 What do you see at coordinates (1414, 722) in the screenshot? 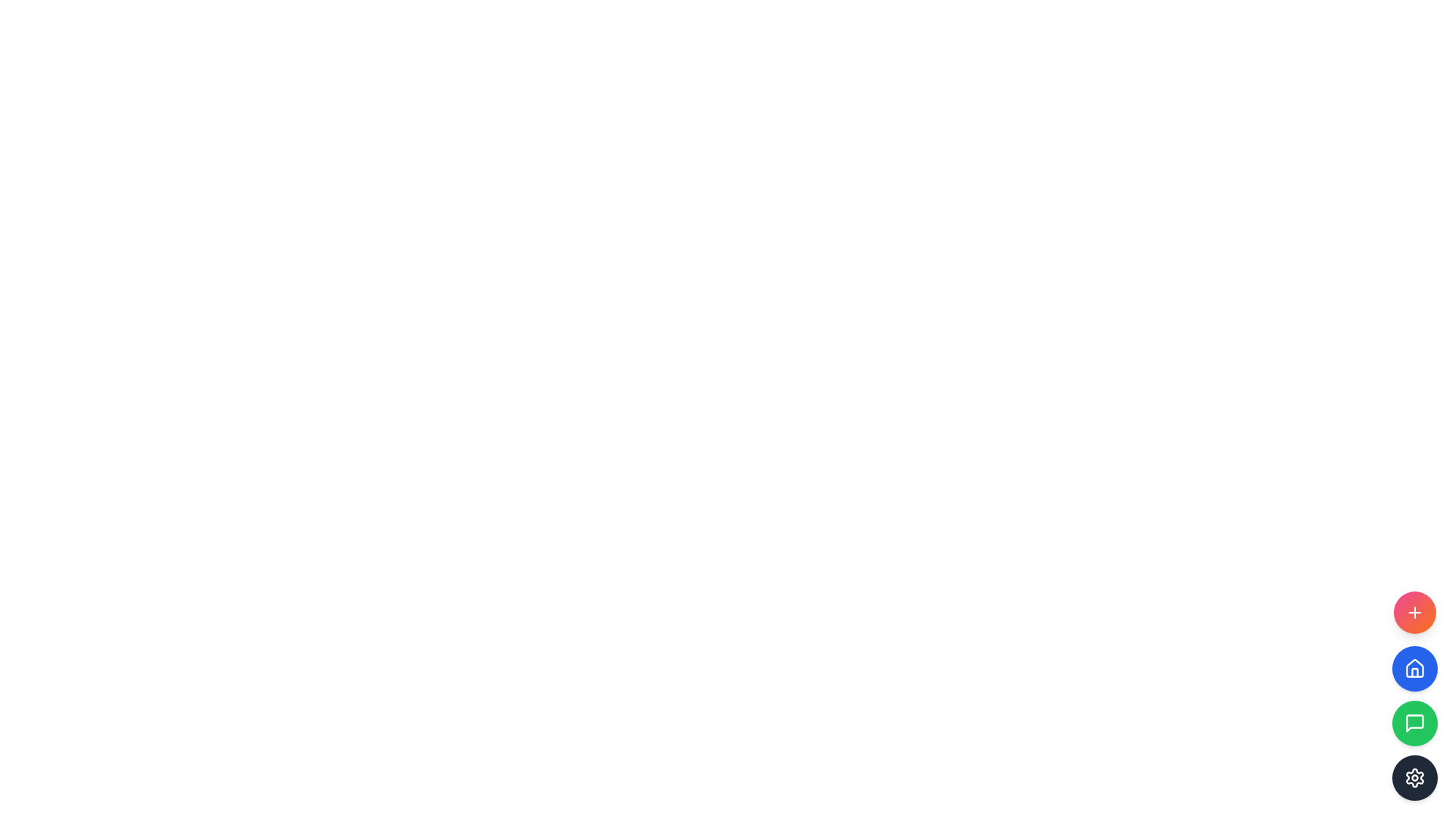
I see `the communication/chat initiation button located between the blue home button and the gray settings button` at bounding box center [1414, 722].